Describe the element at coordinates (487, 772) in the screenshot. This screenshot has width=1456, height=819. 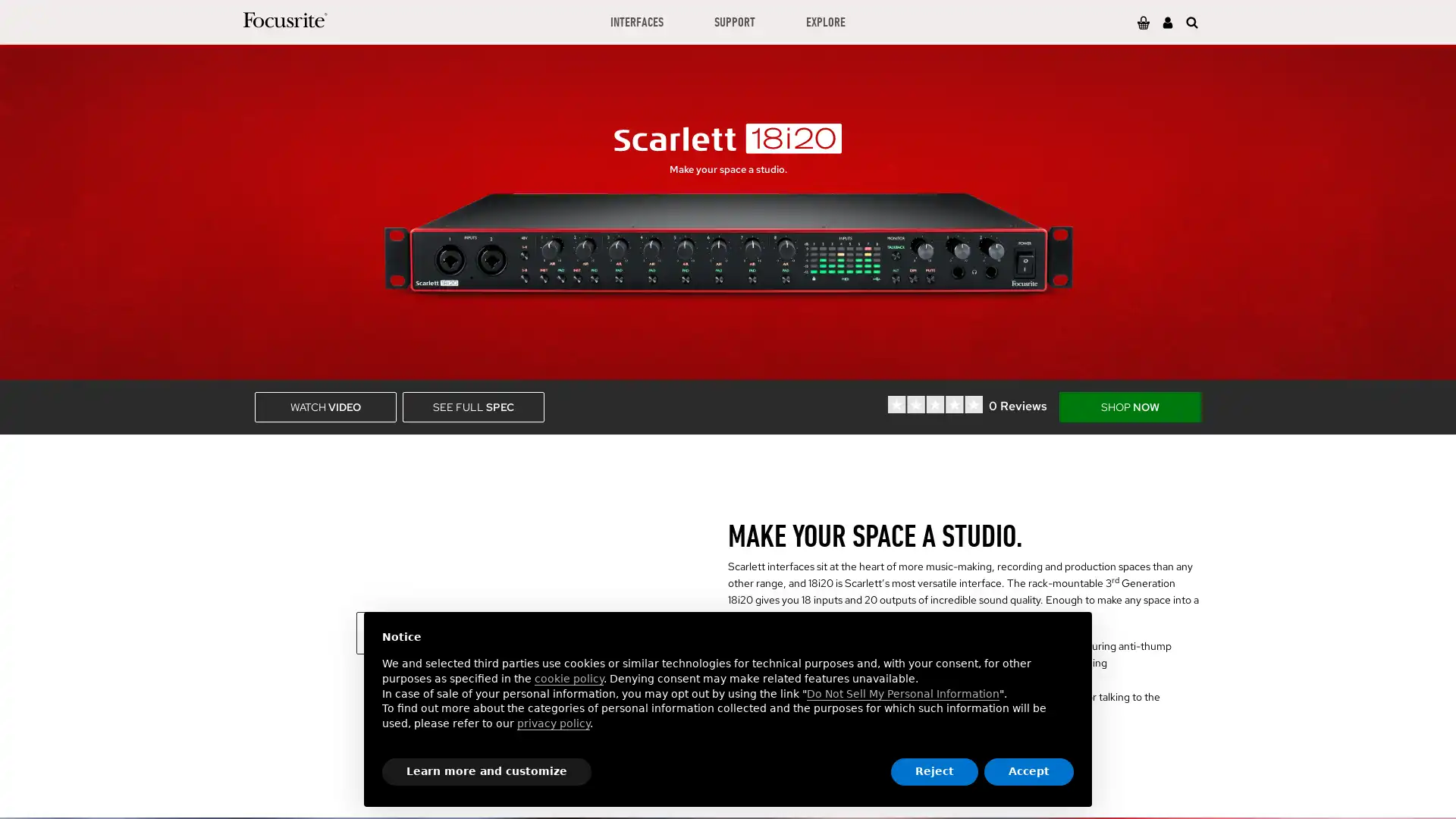
I see `Learn more and customize` at that location.